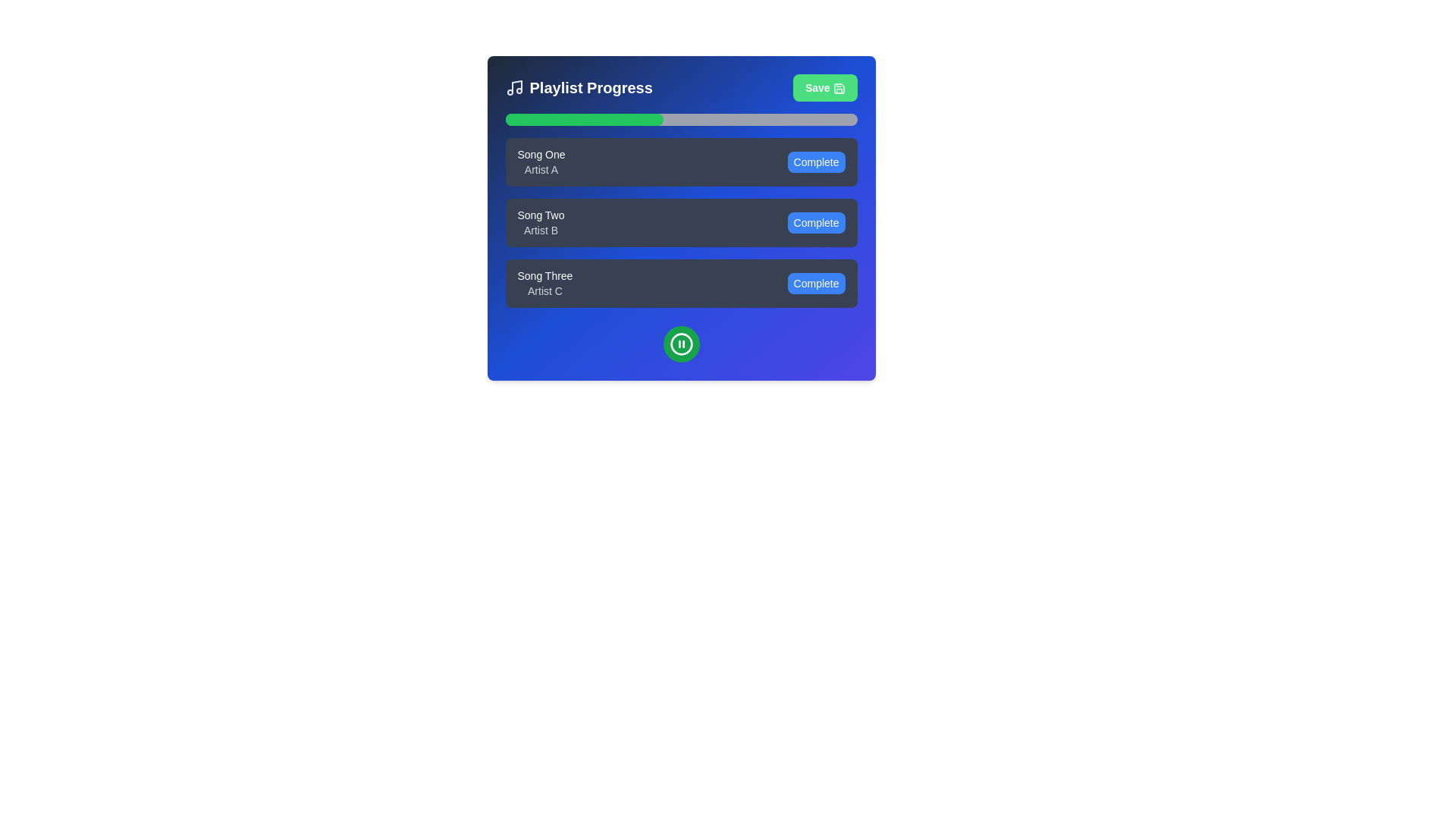 This screenshot has height=819, width=1456. What do you see at coordinates (541, 231) in the screenshot?
I see `the text label displaying 'Artist B', which is styled in a lighter gray shade and positioned directly below the 'Song Two' label` at bounding box center [541, 231].